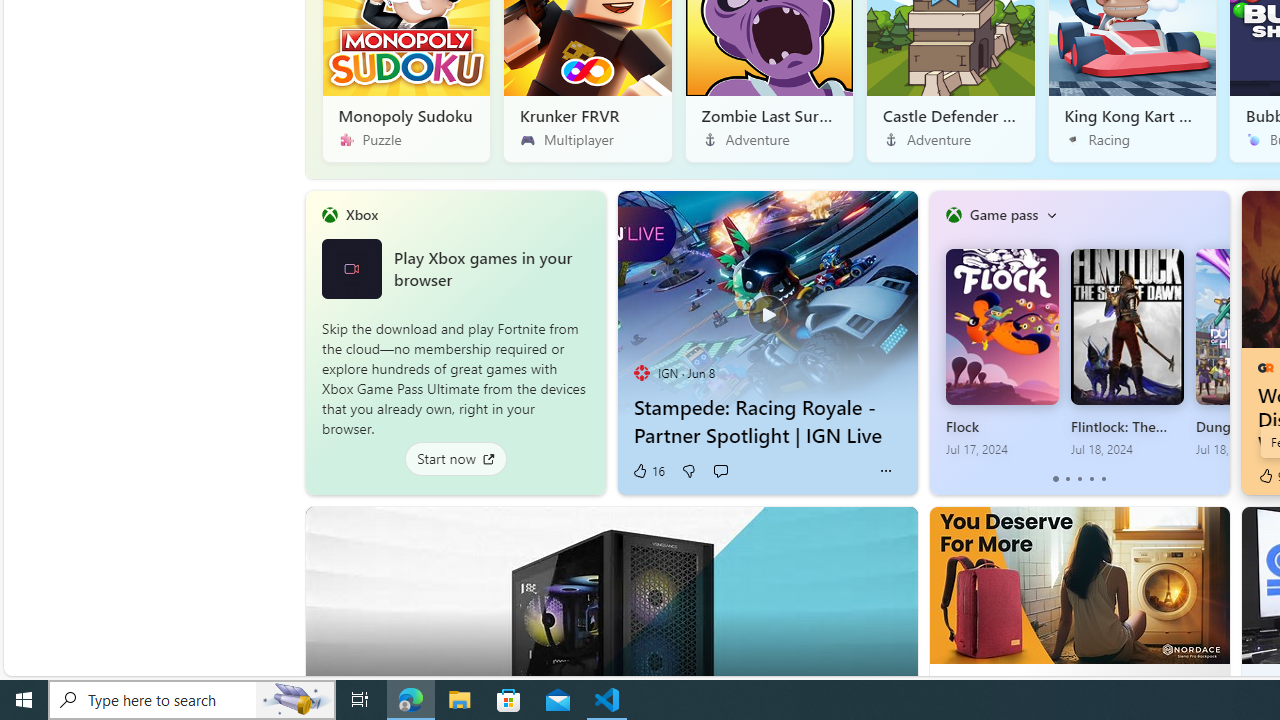  I want to click on 'GameRant', so click(1264, 367).